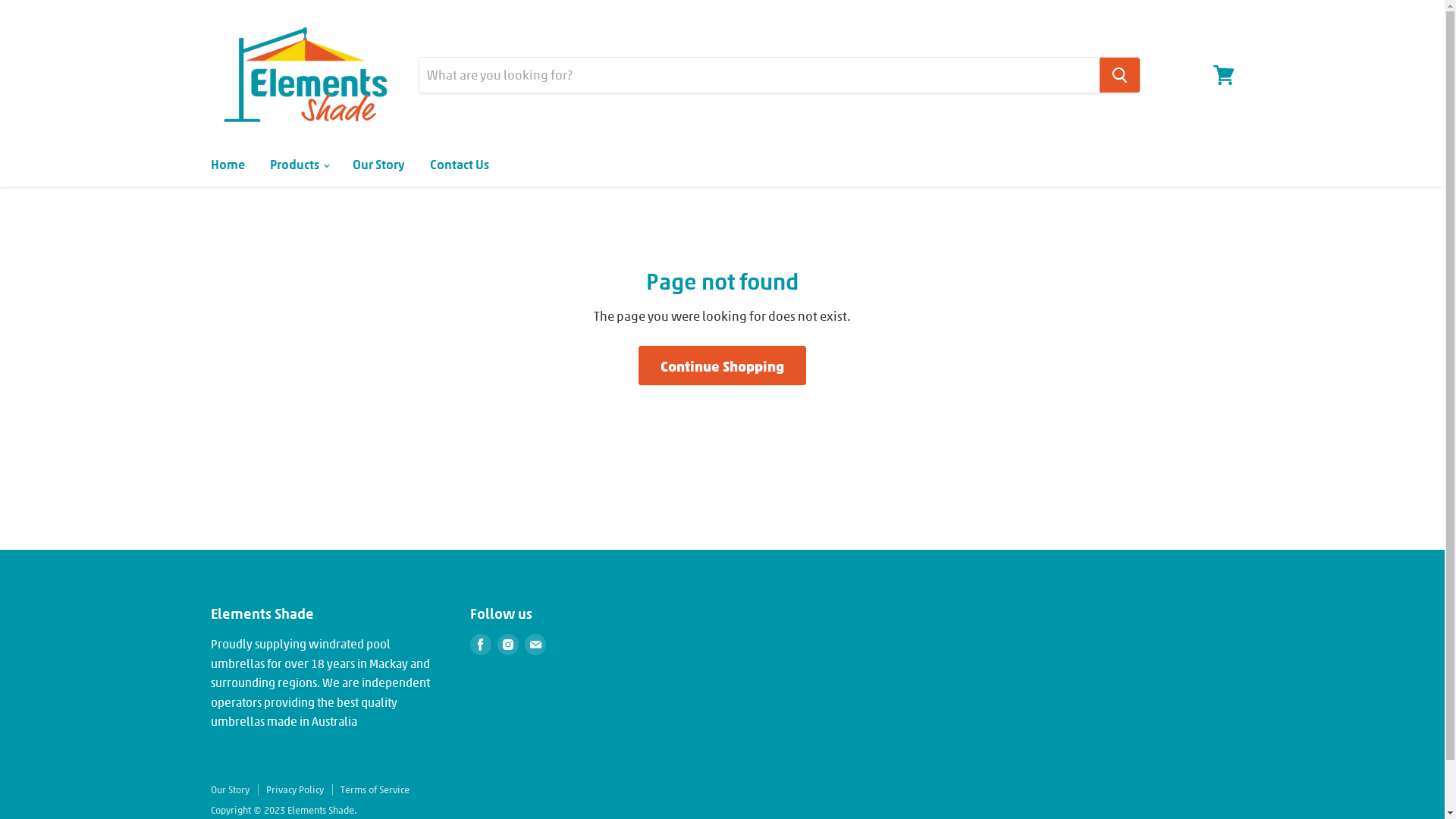 This screenshot has width=1456, height=819. What do you see at coordinates (508, 644) in the screenshot?
I see `'Find us on Instagram'` at bounding box center [508, 644].